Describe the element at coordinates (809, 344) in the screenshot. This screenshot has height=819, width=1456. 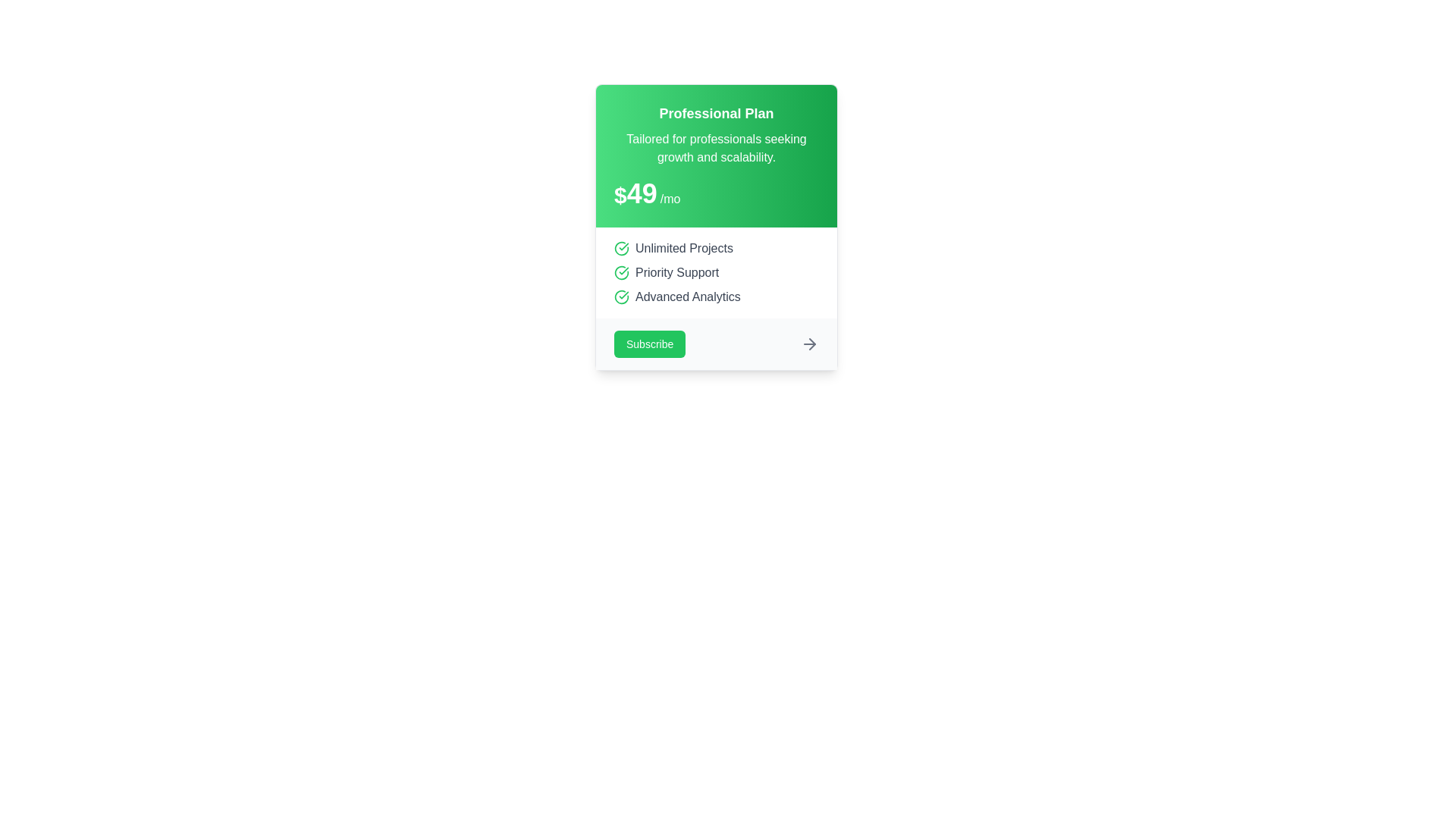
I see `the rightward arrow icon, which is a minimalist gray arrow located to the right of the green 'Subscribe' button in the lower section of the subscription card` at that location.